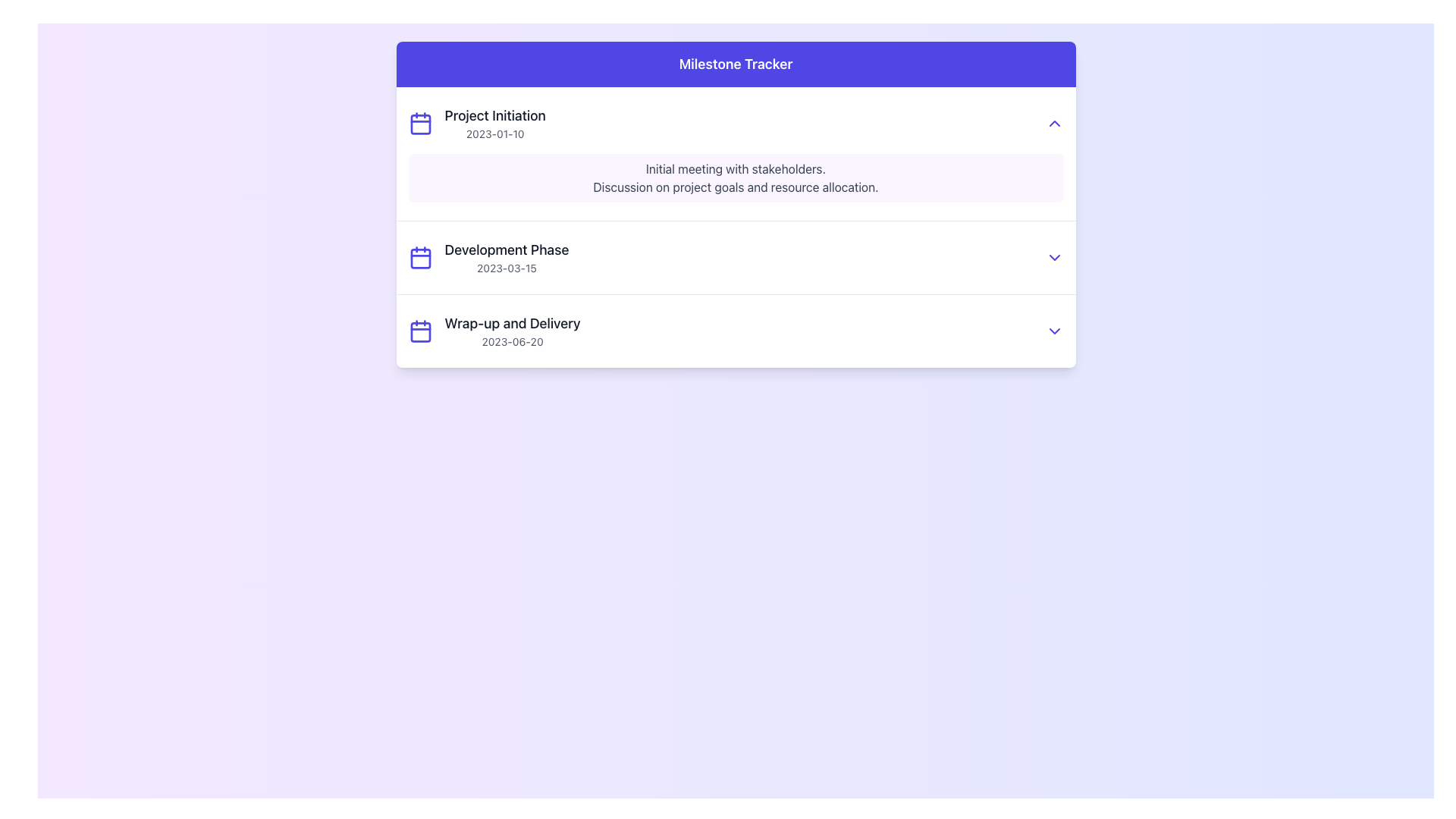  I want to click on the calendar icon located in the first row of milestones, positioned to the left of the text 'Project Initiation' and aligned with the date '2023-01-10', so click(420, 122).